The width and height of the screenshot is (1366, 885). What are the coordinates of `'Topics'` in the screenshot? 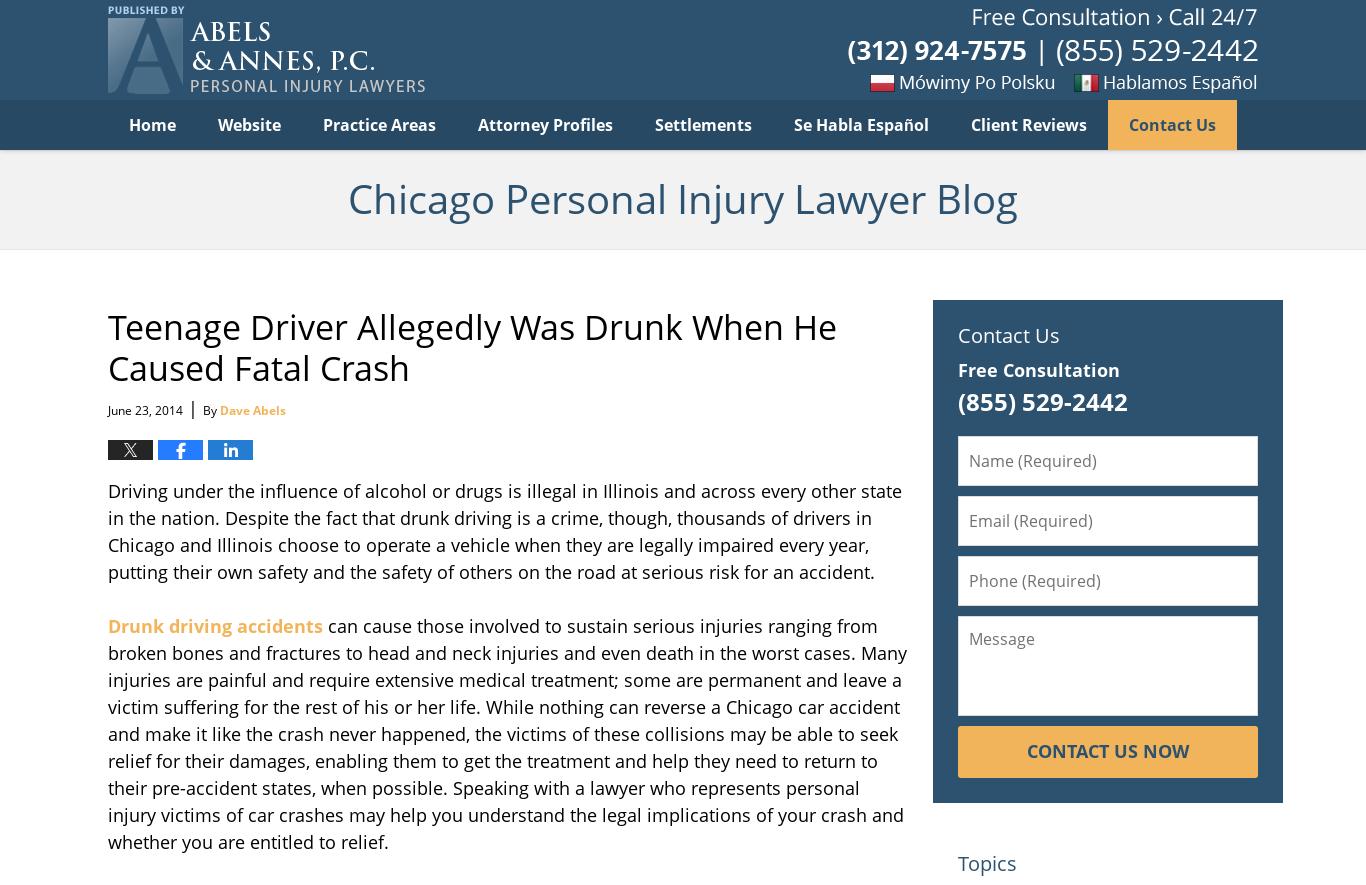 It's located at (987, 861).